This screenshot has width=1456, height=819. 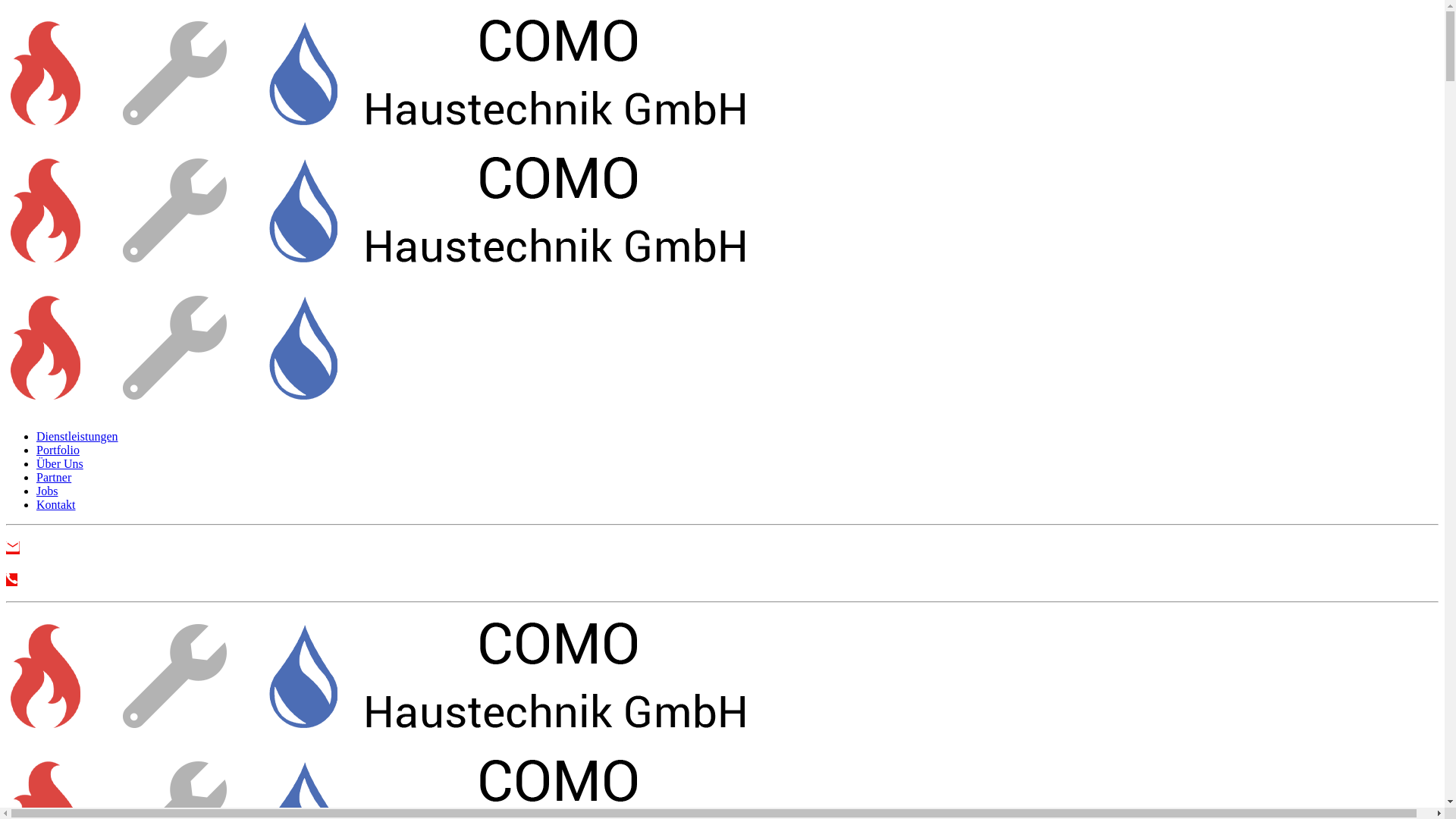 What do you see at coordinates (58, 449) in the screenshot?
I see `'Portfolio'` at bounding box center [58, 449].